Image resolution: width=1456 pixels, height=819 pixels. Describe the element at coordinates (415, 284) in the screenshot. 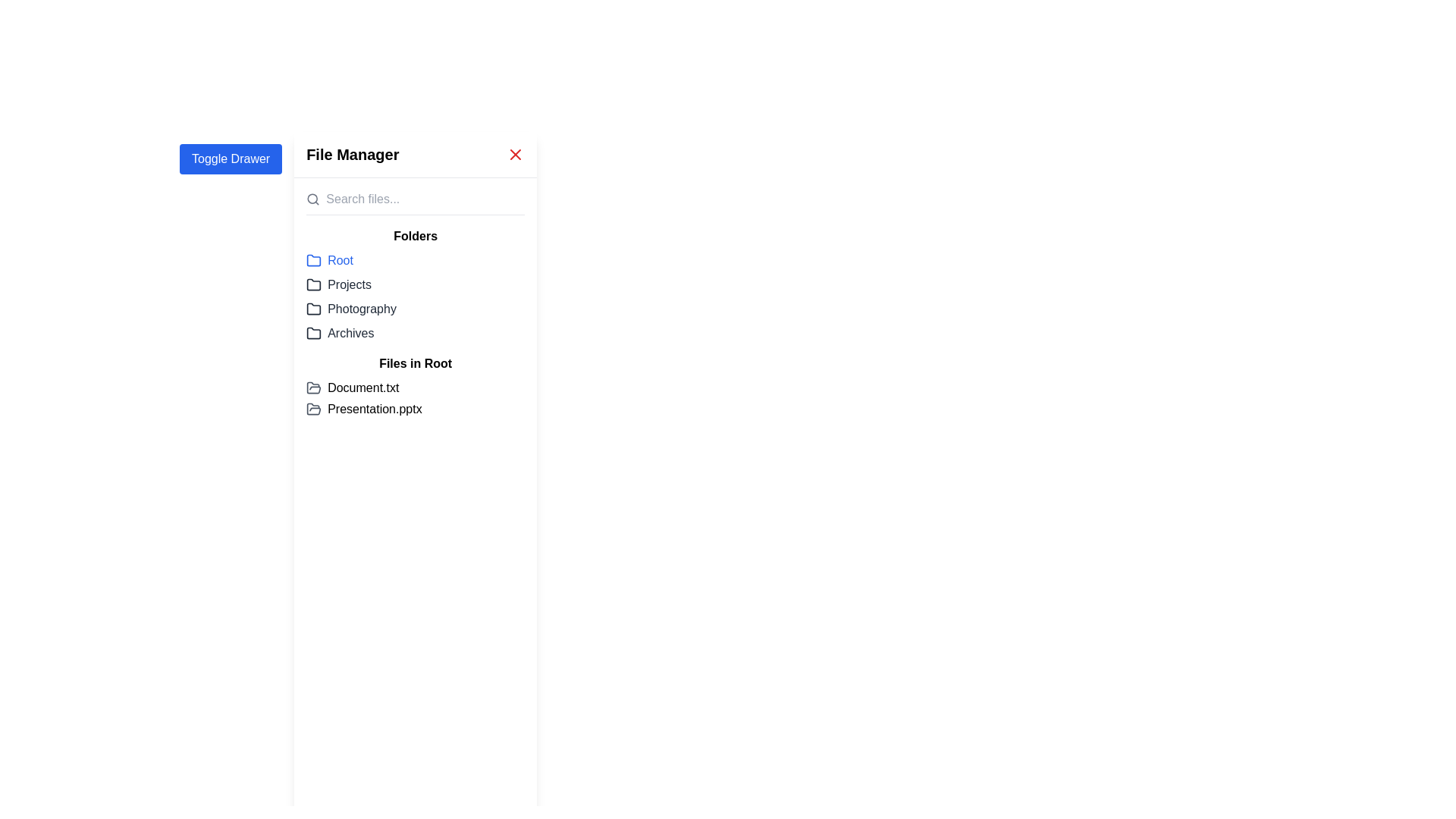

I see `the 'Projects' folder item in the file management interface` at that location.